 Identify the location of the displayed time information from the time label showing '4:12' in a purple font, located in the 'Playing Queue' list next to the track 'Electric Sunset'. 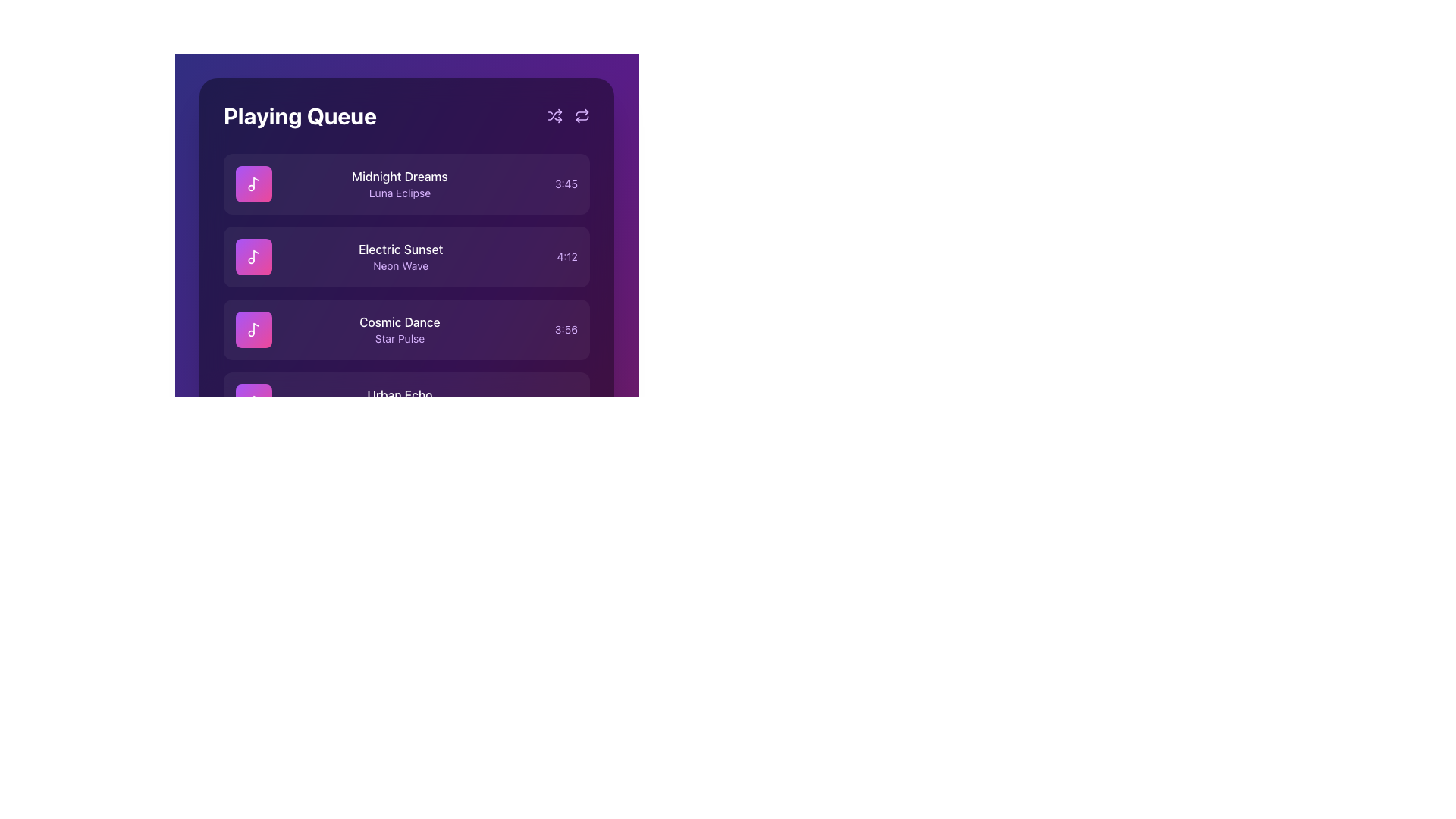
(553, 256).